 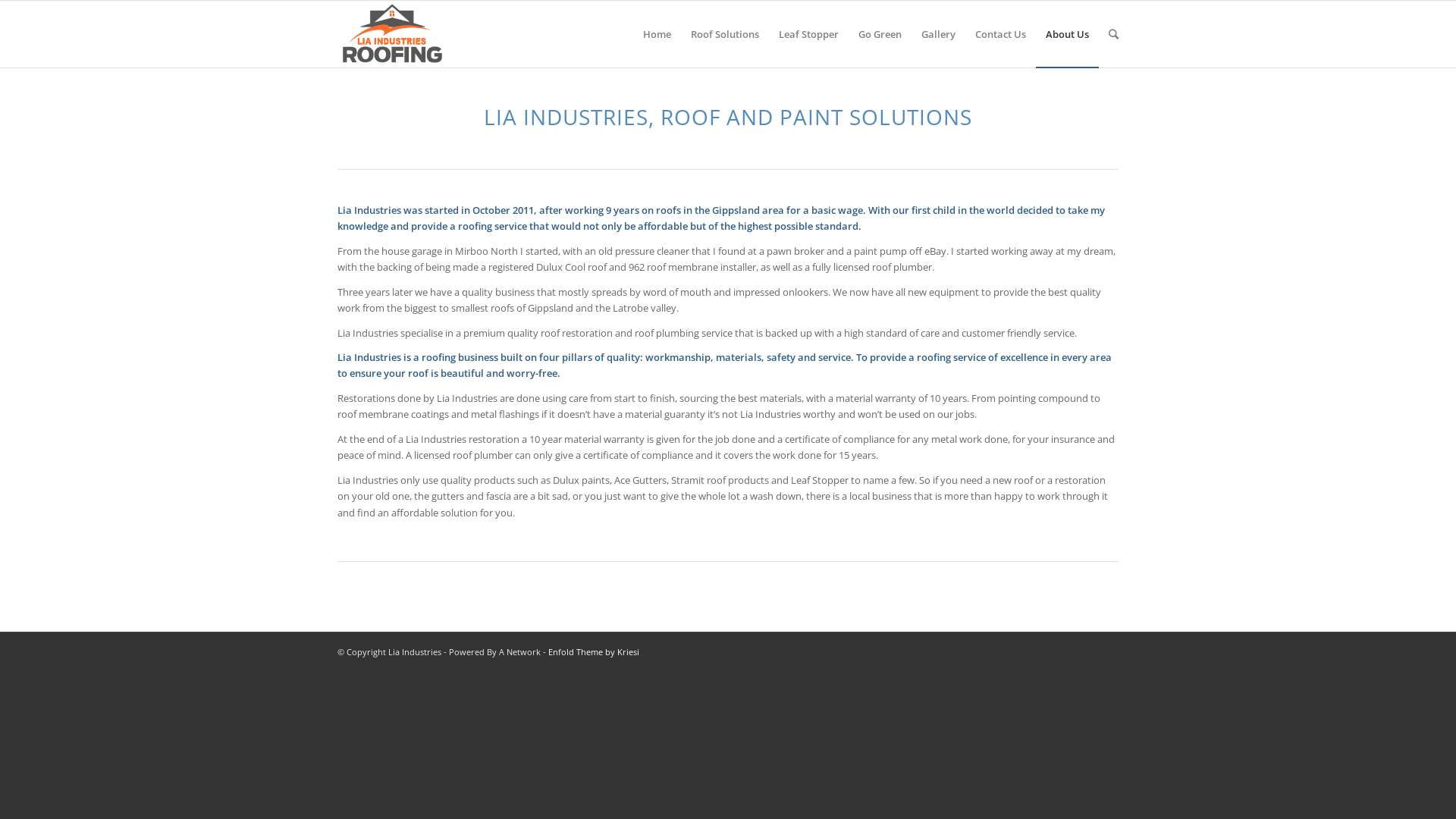 I want to click on 'Roof Solutions', so click(x=679, y=34).